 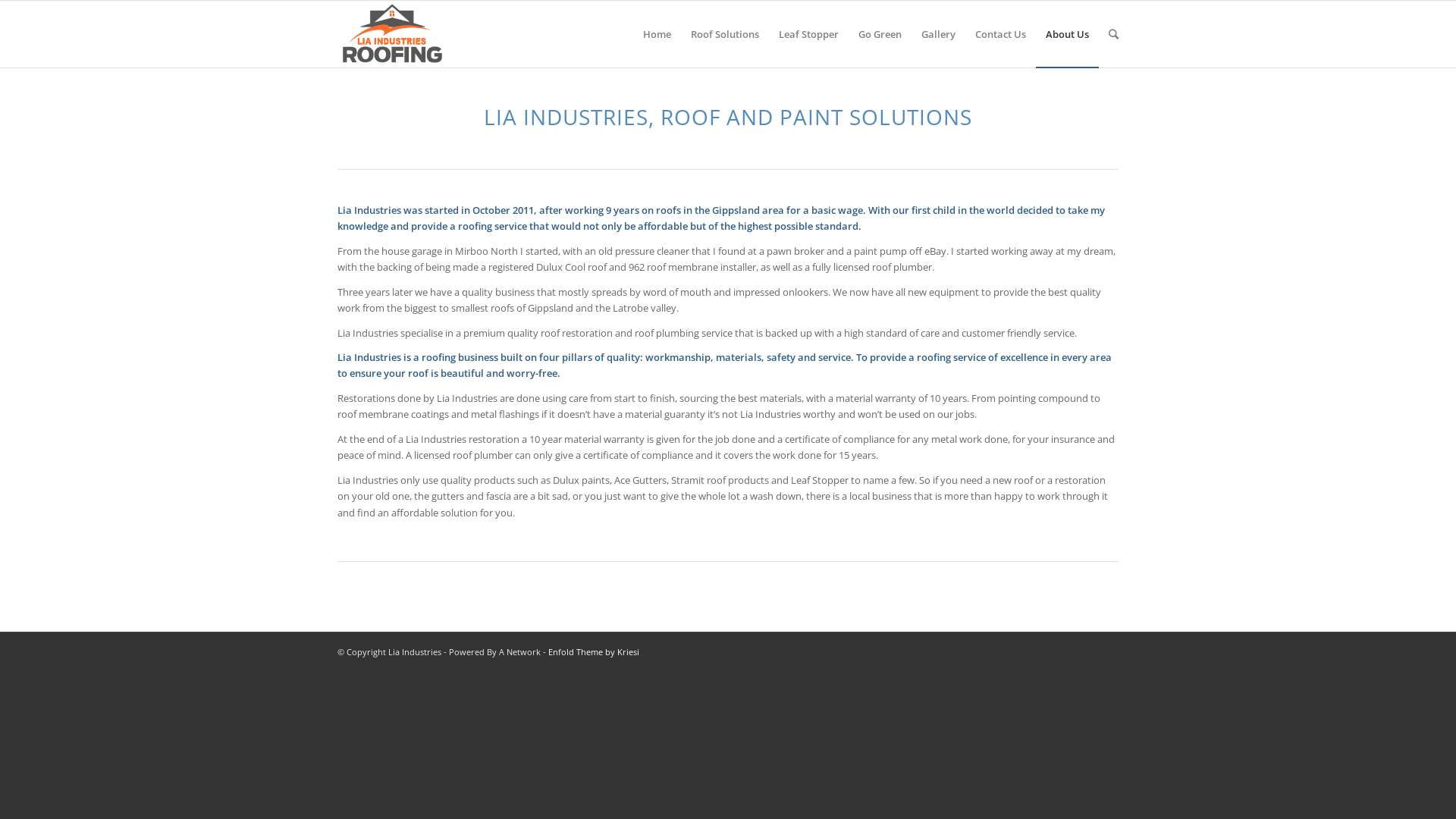 I want to click on 'Roof Solutions', so click(x=679, y=34).